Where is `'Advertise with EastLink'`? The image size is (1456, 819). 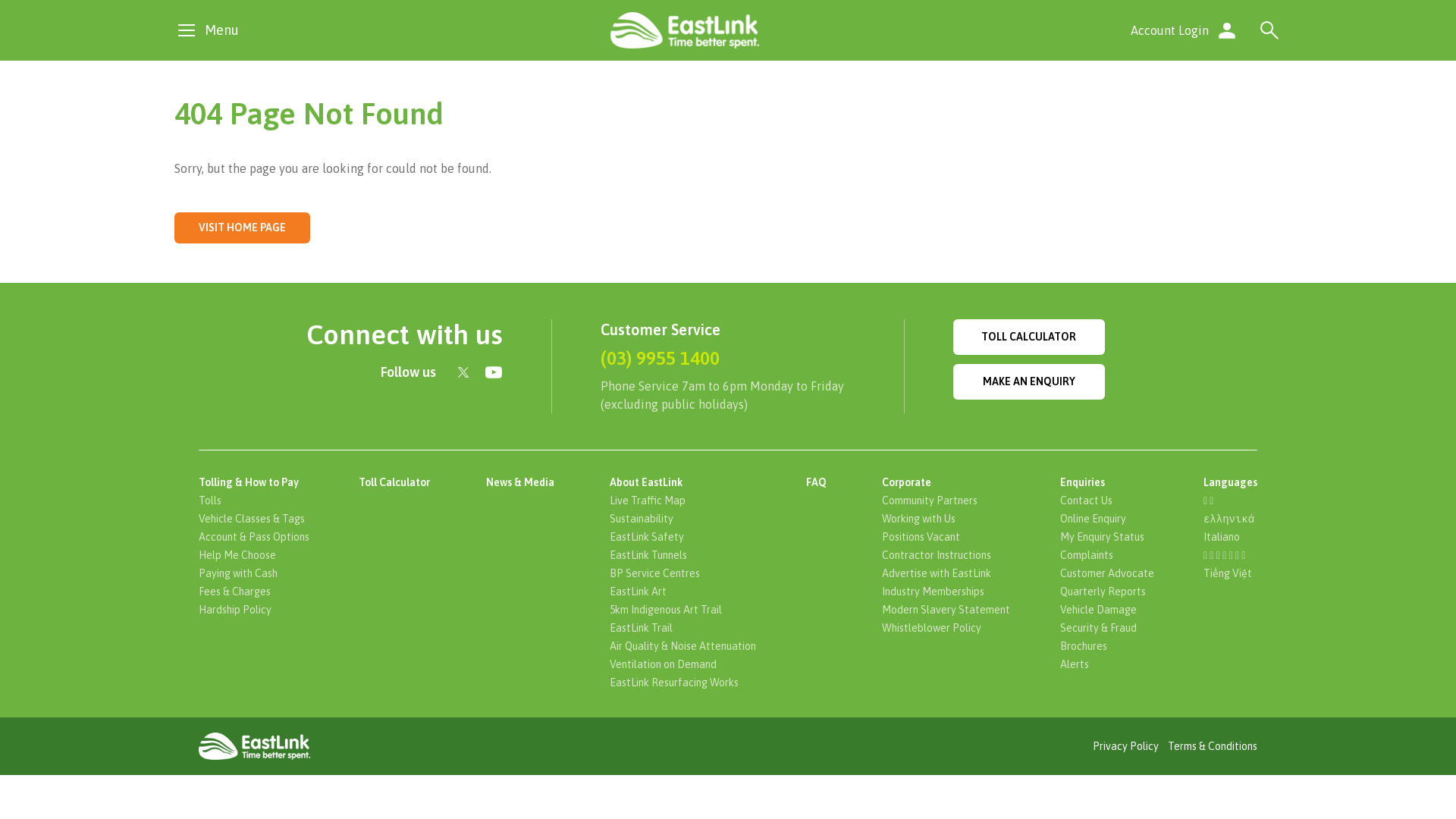 'Advertise with EastLink' is located at coordinates (942, 573).